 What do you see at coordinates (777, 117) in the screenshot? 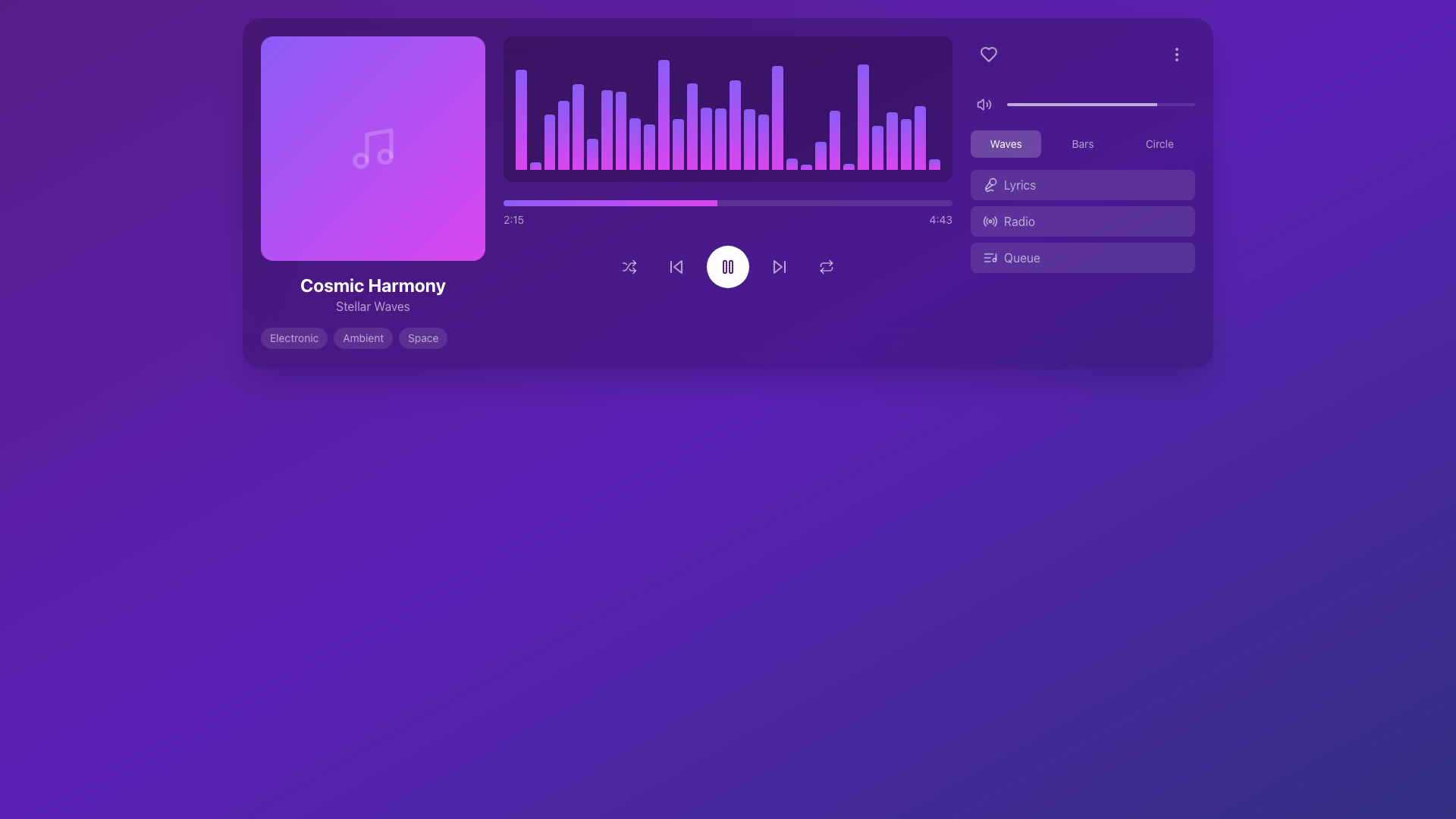
I see `the 18th vertical rectangular bar in the bar graph of the music player interface, which has a gradient color scheme from fuchsia to violet and rounded top corners` at bounding box center [777, 117].